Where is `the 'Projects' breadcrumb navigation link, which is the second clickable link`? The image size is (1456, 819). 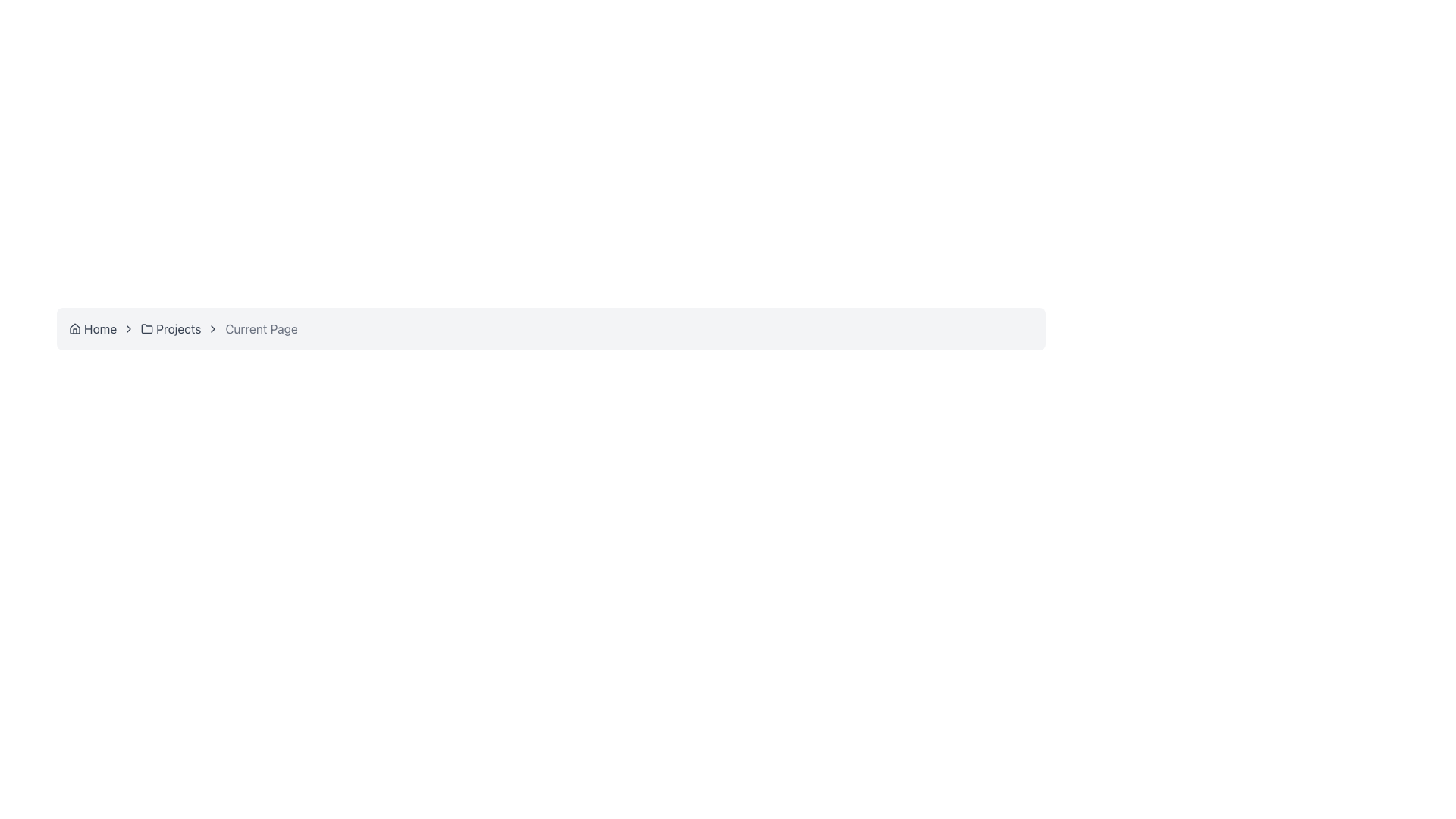
the 'Projects' breadcrumb navigation link, which is the second clickable link is located at coordinates (171, 328).